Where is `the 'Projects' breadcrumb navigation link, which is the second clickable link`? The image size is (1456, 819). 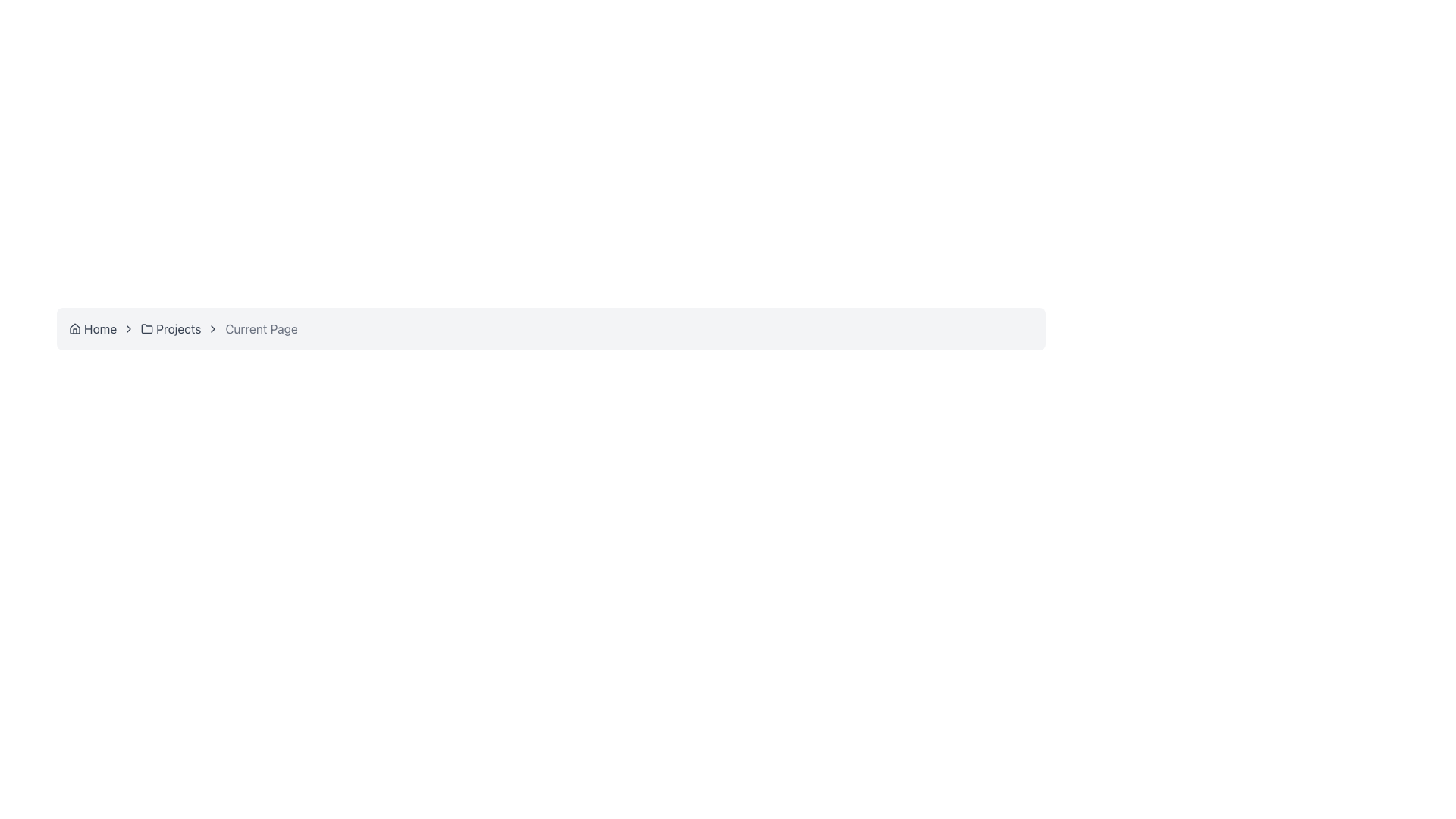
the 'Projects' breadcrumb navigation link, which is the second clickable link is located at coordinates (171, 328).